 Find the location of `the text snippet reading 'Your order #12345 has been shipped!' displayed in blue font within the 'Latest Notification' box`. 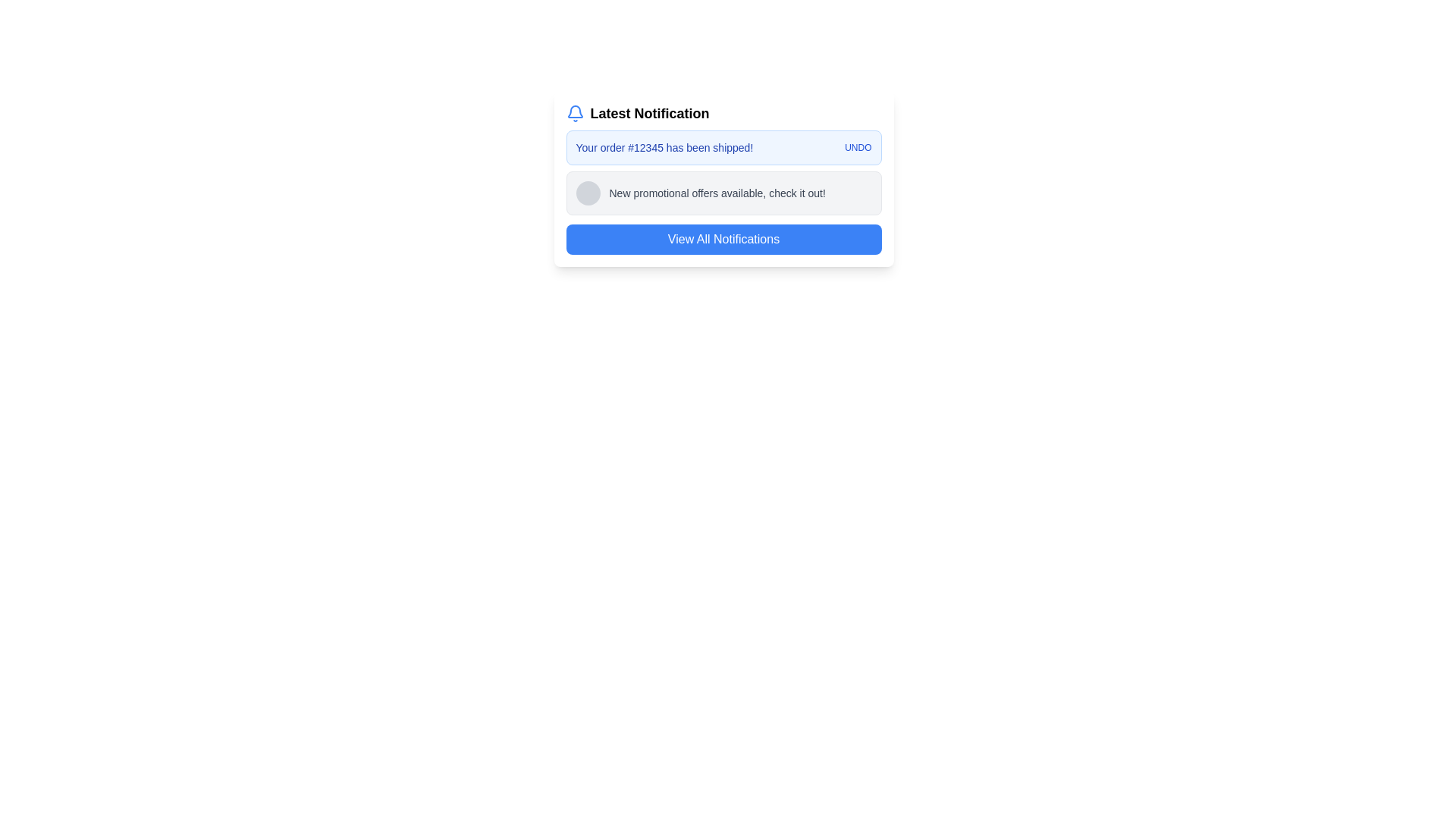

the text snippet reading 'Your order #12345 has been shipped!' displayed in blue font within the 'Latest Notification' box is located at coordinates (664, 148).